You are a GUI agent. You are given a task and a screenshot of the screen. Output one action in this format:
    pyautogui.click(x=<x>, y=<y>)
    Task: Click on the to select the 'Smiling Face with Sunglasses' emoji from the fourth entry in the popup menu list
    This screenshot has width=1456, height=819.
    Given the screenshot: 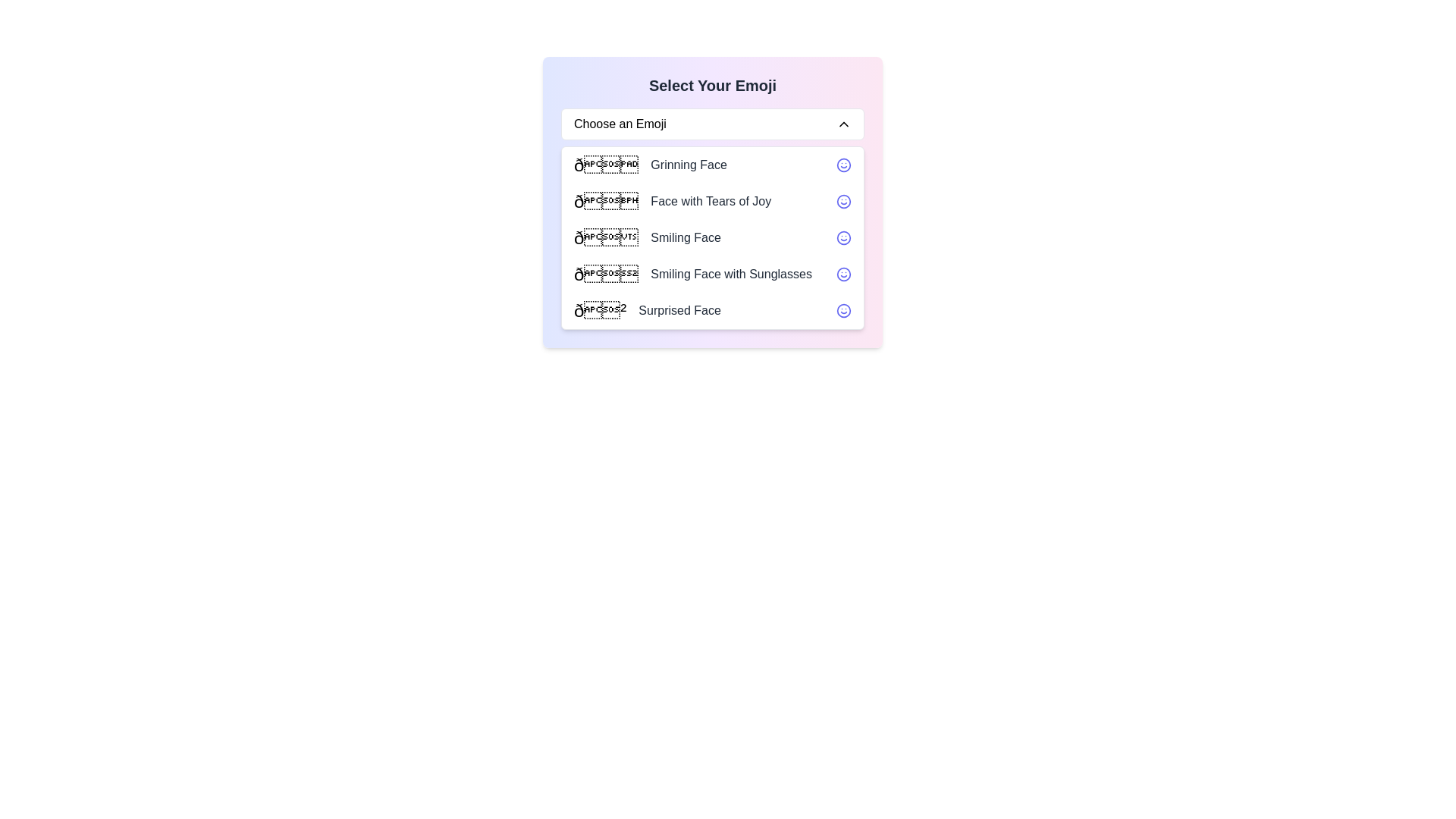 What is the action you would take?
    pyautogui.click(x=692, y=275)
    